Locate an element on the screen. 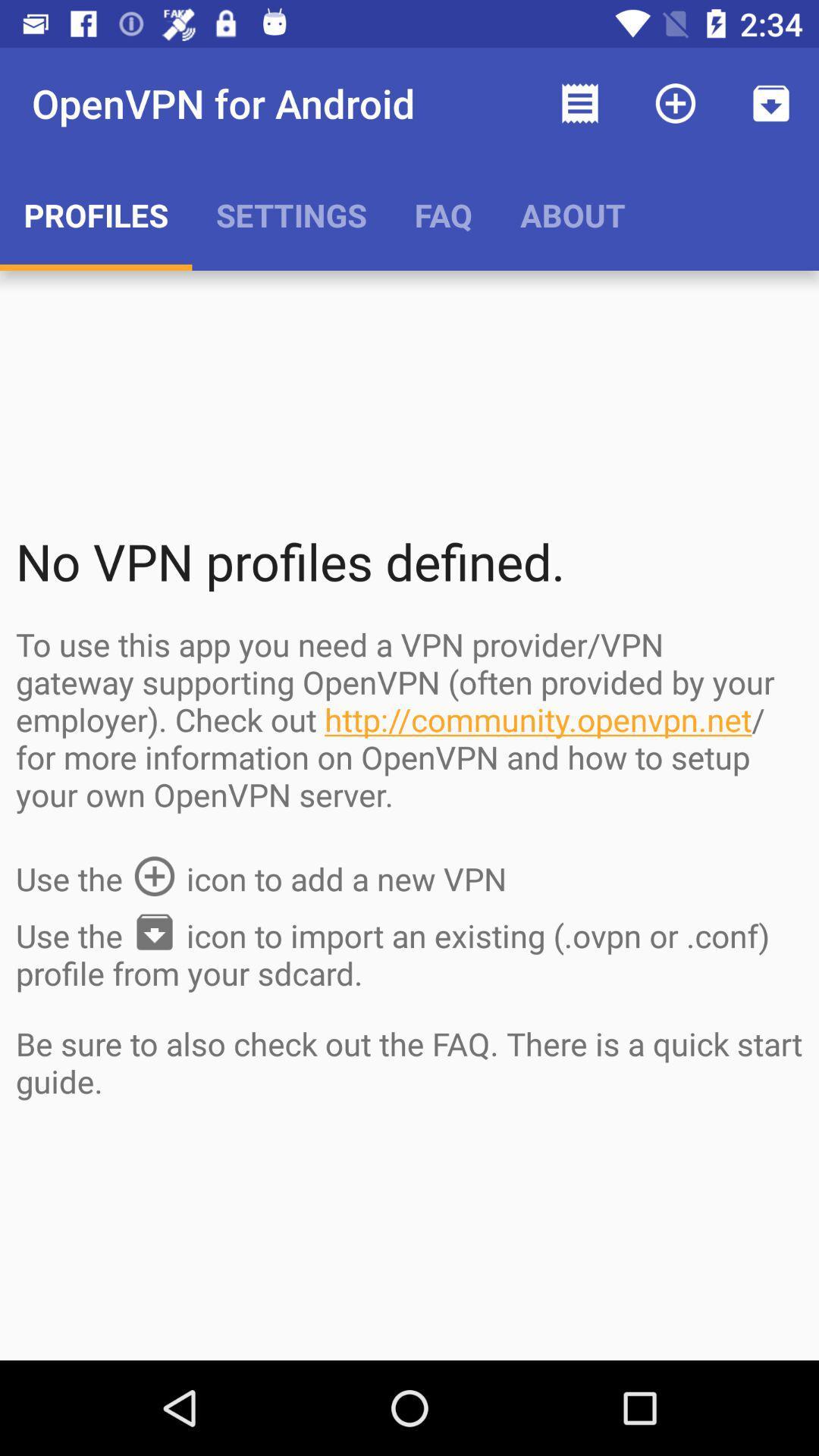 The image size is (819, 1456). the faq option which is to the right side of settings is located at coordinates (444, 214).